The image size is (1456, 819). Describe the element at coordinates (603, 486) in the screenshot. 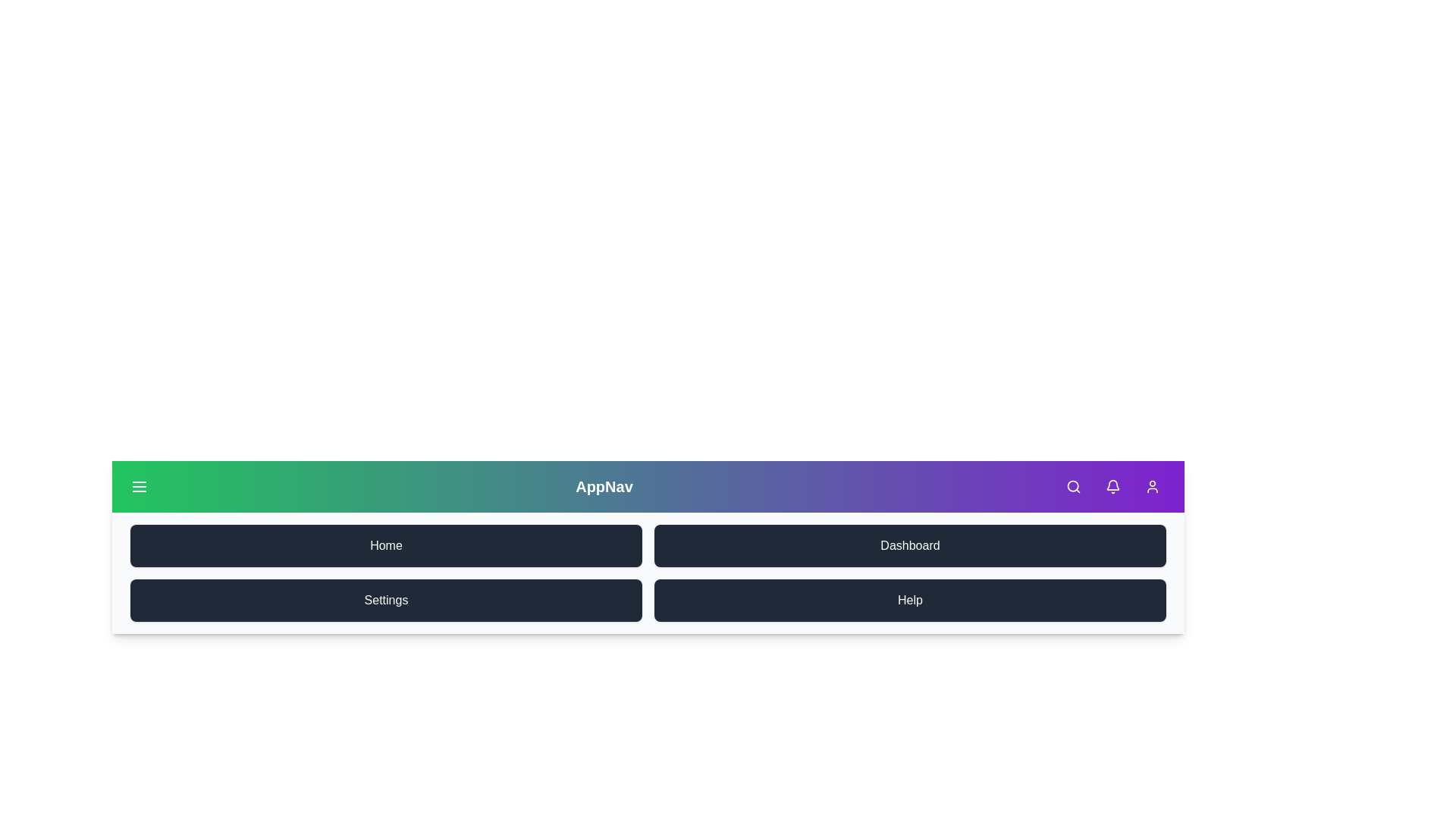

I see `the 'AppNav' text to view its properties` at that location.